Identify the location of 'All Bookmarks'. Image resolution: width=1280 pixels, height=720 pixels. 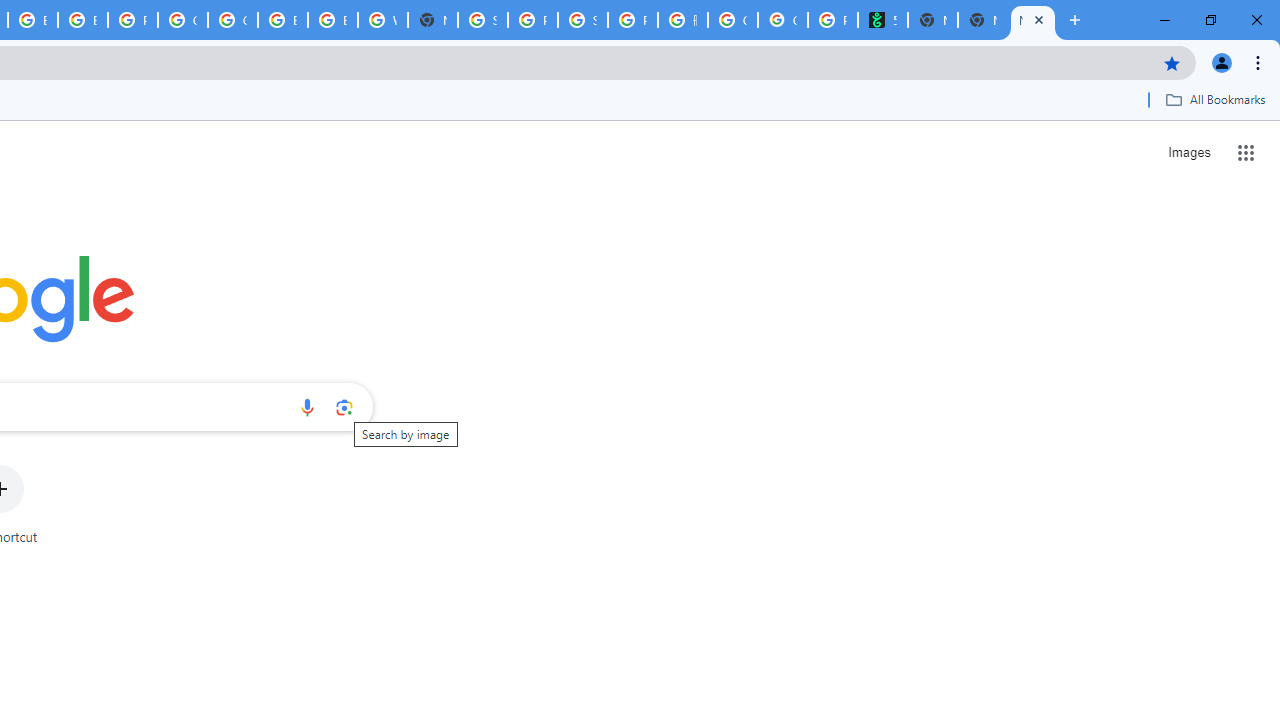
(1214, 99).